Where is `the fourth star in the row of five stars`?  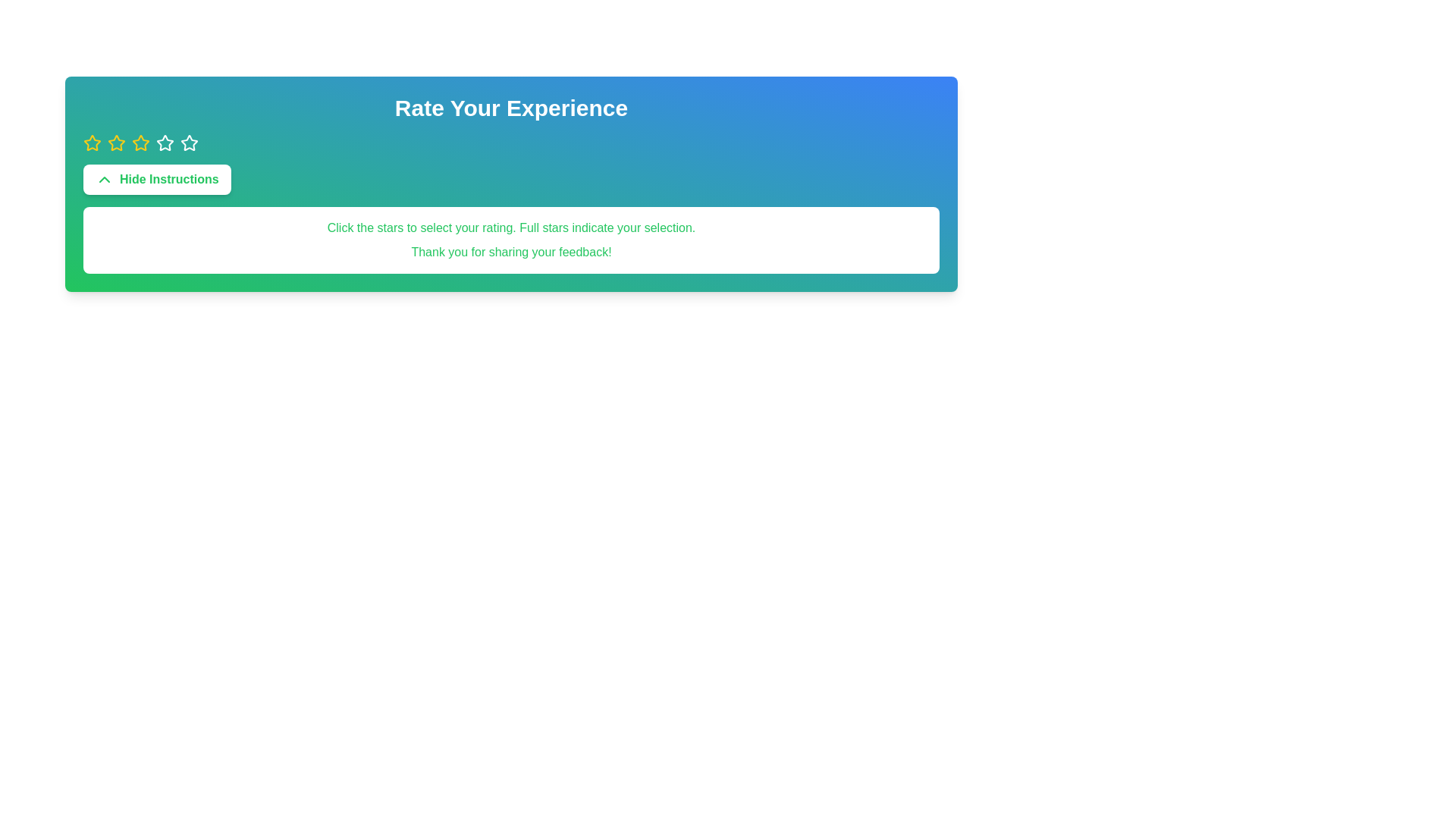 the fourth star in the row of five stars is located at coordinates (165, 143).